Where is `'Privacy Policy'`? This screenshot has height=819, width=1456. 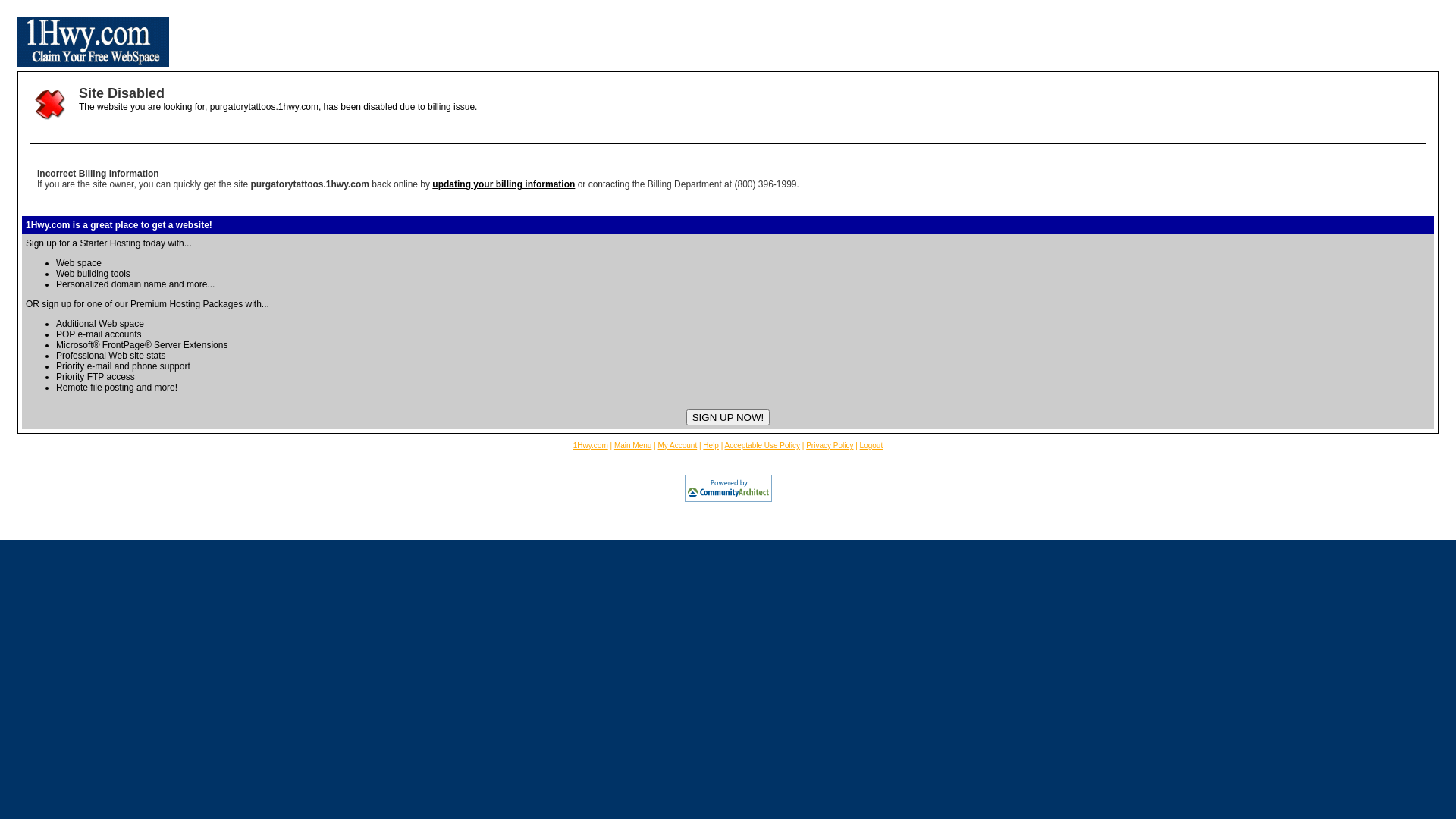
'Privacy Policy' is located at coordinates (829, 444).